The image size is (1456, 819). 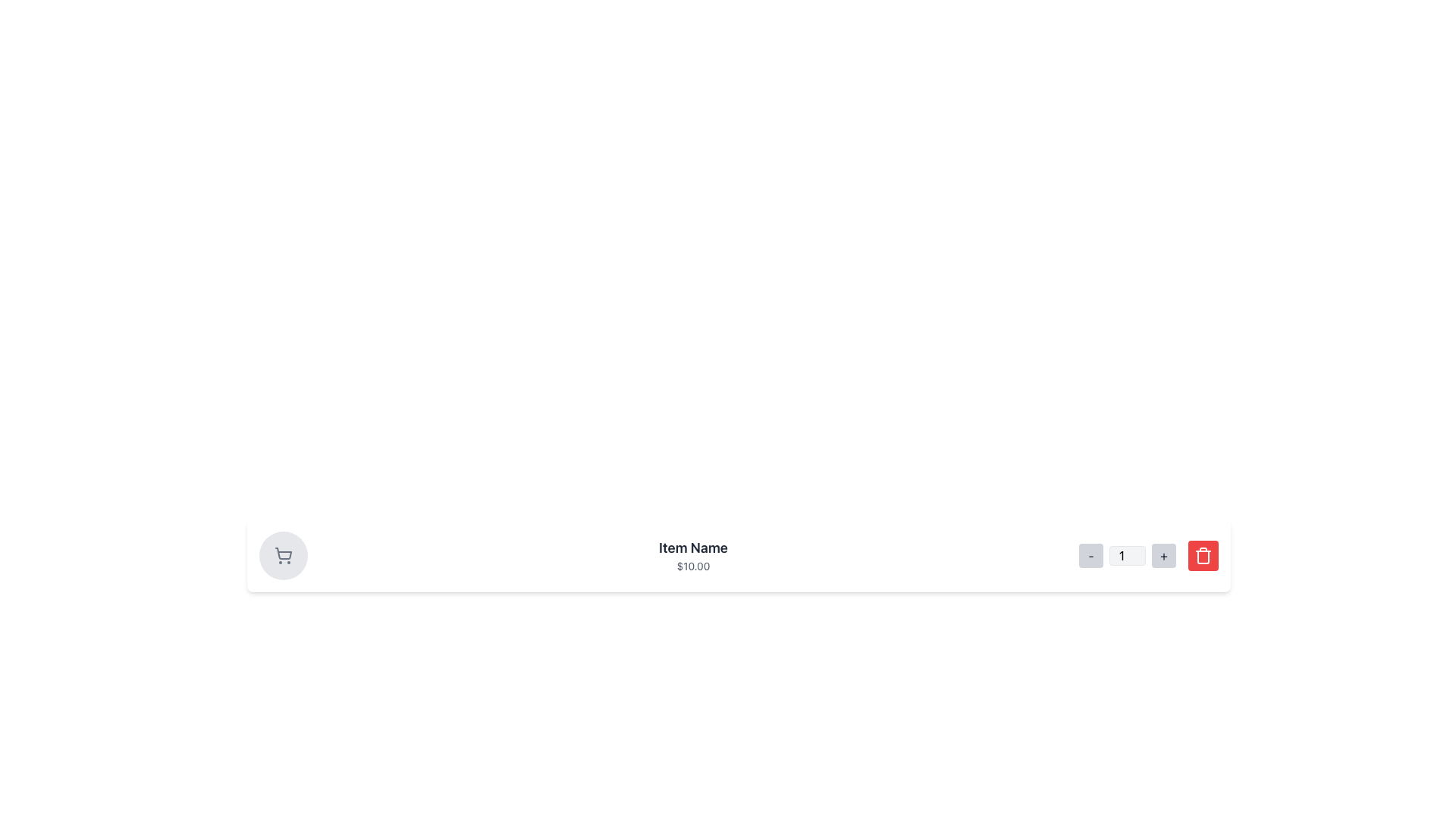 I want to click on the shopping cart icon located in the center of the circular button on the far-left side of the row above the text 'Item Name', so click(x=284, y=555).